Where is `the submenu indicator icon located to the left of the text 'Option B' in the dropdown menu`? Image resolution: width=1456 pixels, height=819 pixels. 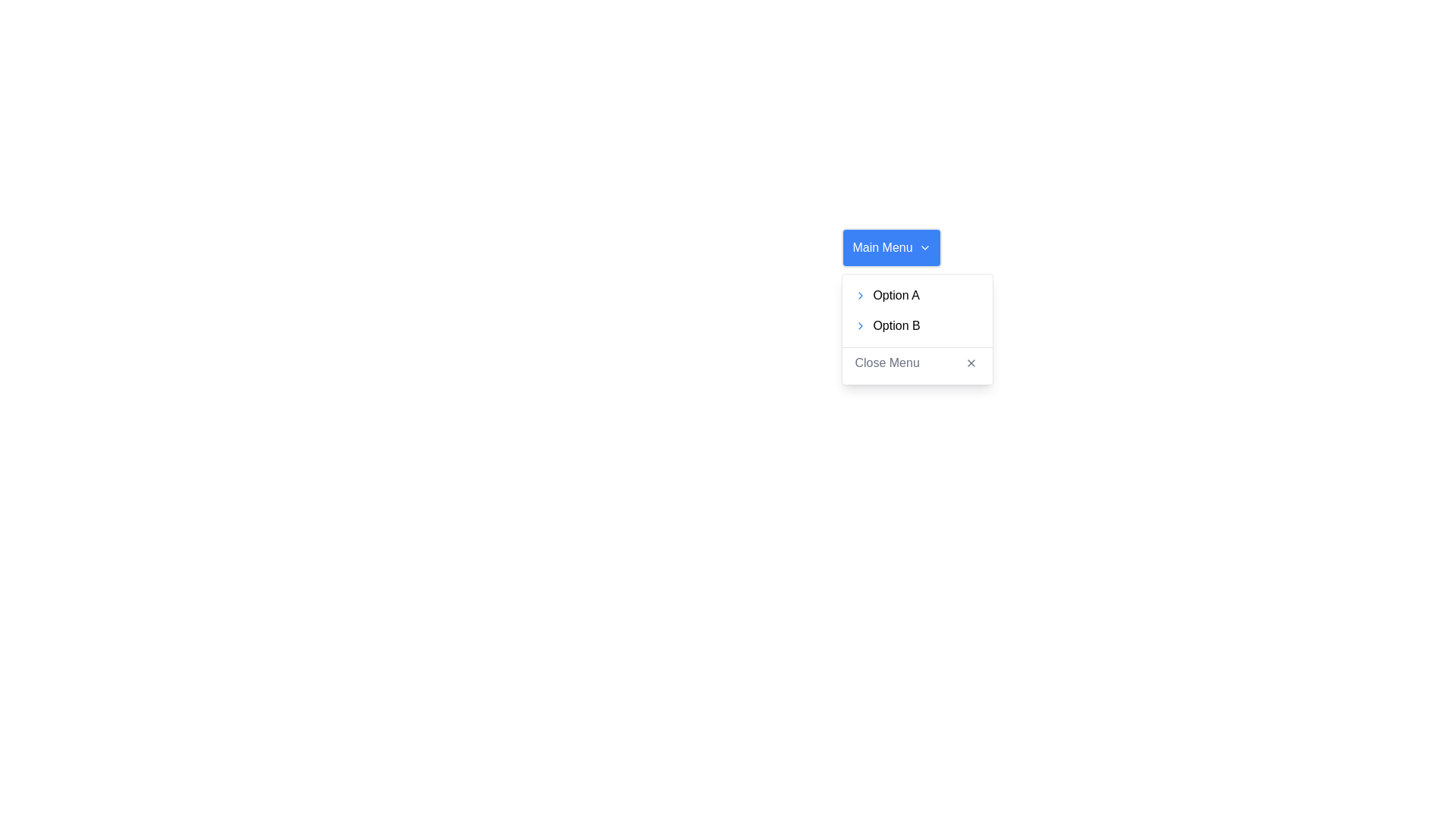
the submenu indicator icon located to the left of the text 'Option B' in the dropdown menu is located at coordinates (861, 325).